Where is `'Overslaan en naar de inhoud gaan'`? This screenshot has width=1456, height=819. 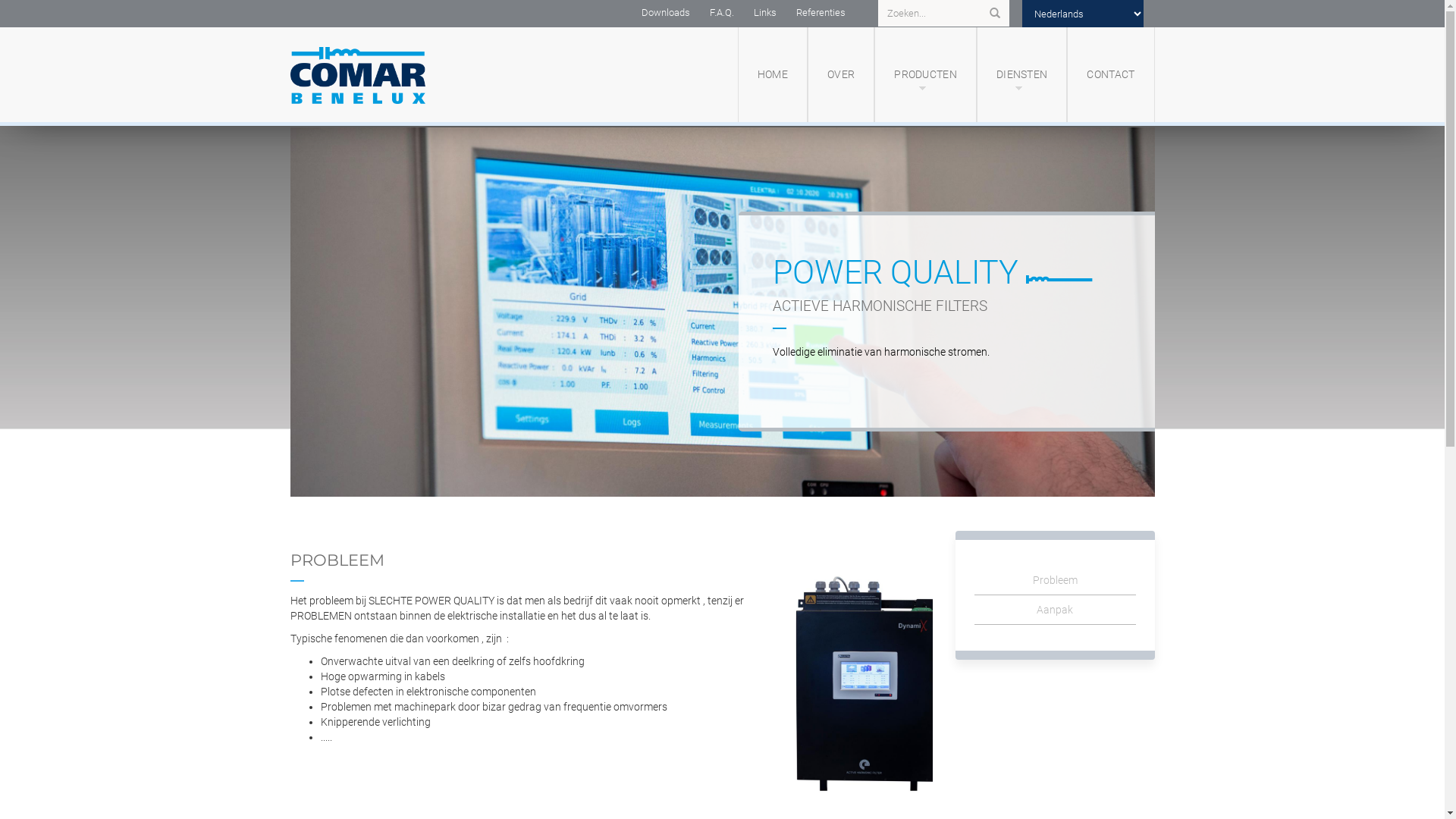
'Overslaan en naar de inhoud gaan' is located at coordinates (0, 121).